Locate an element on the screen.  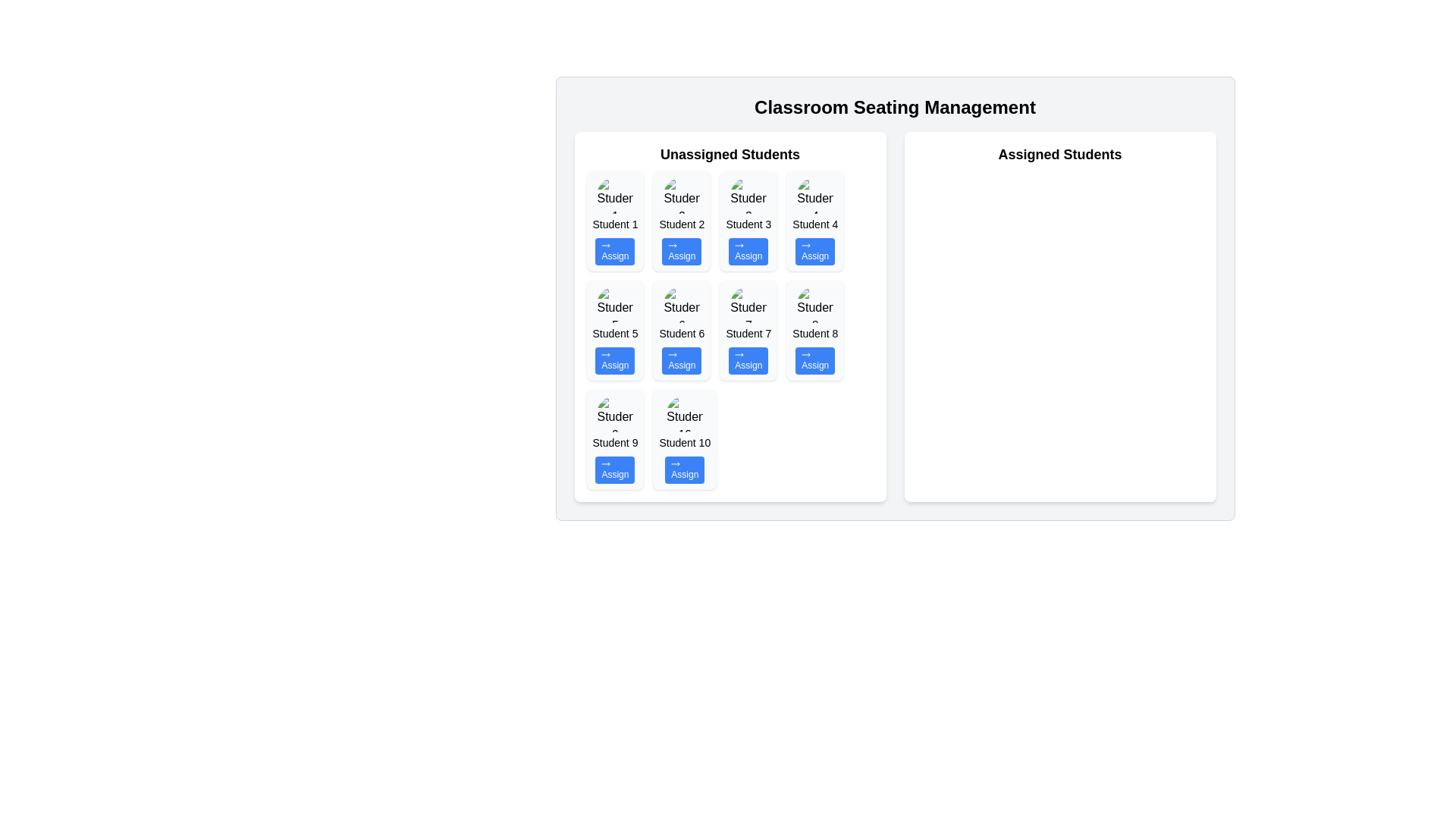
the Avatar image representing 'Student 1', which is a circular image with a green and blue icon and the text 'Stu 1', located in the 'Unassigned Students' section is located at coordinates (615, 195).